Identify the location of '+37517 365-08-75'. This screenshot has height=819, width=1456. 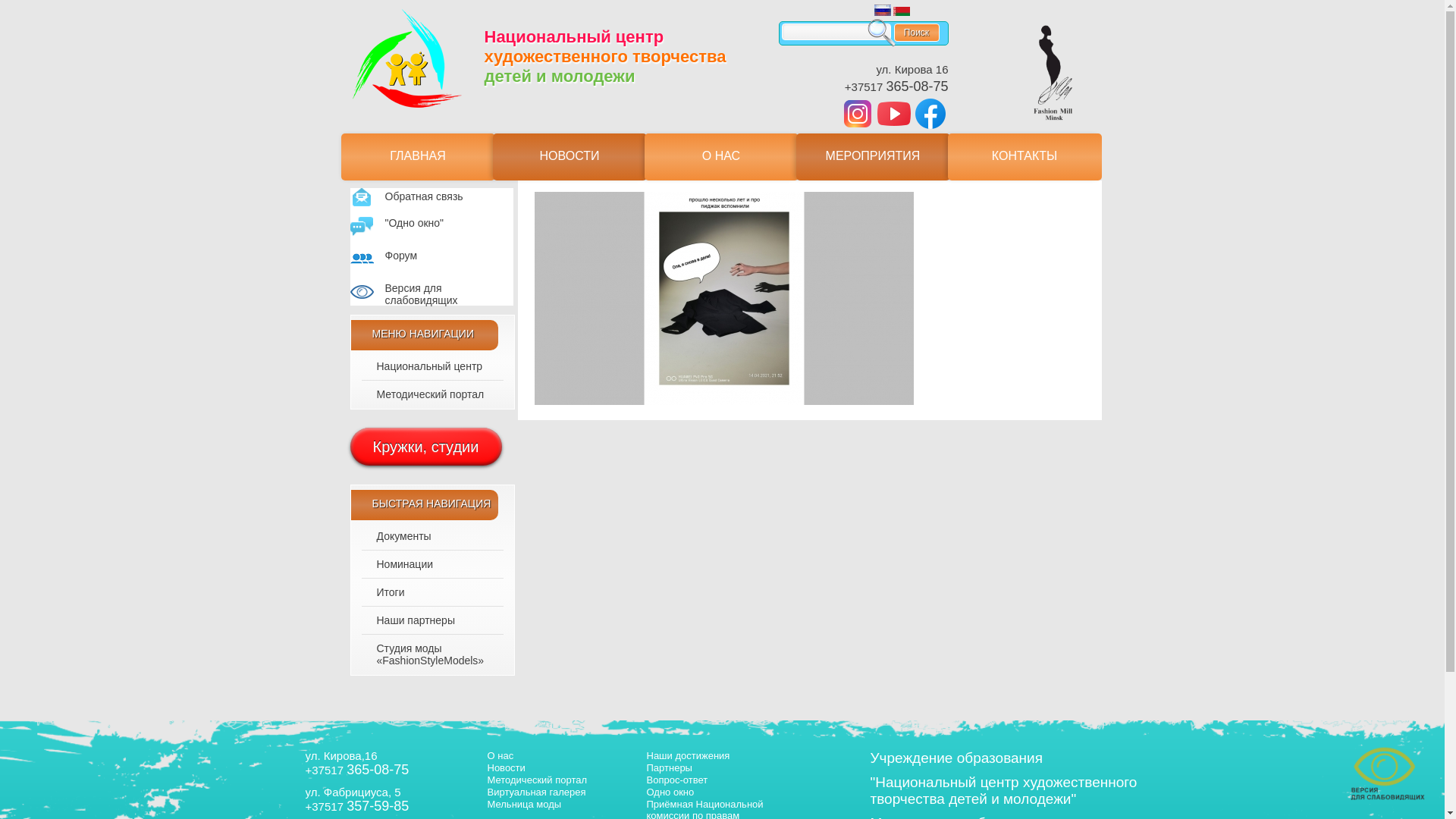
(896, 86).